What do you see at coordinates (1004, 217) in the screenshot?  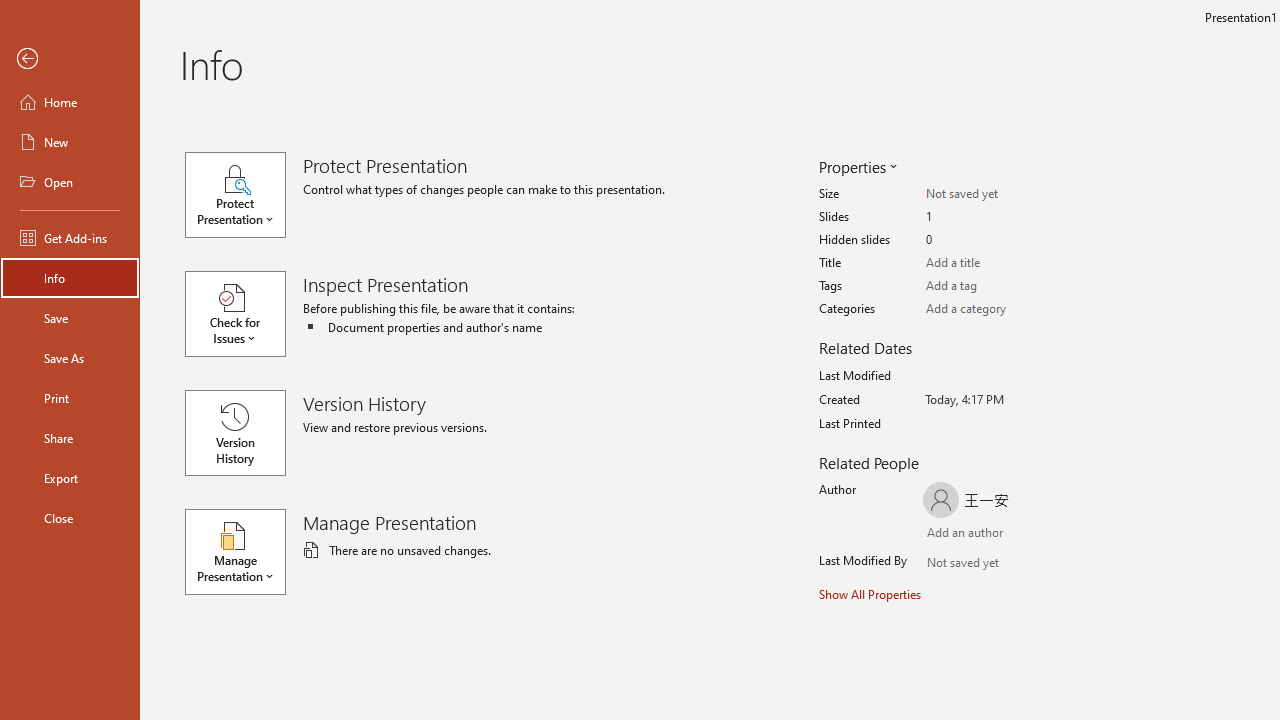 I see `'Slides'` at bounding box center [1004, 217].